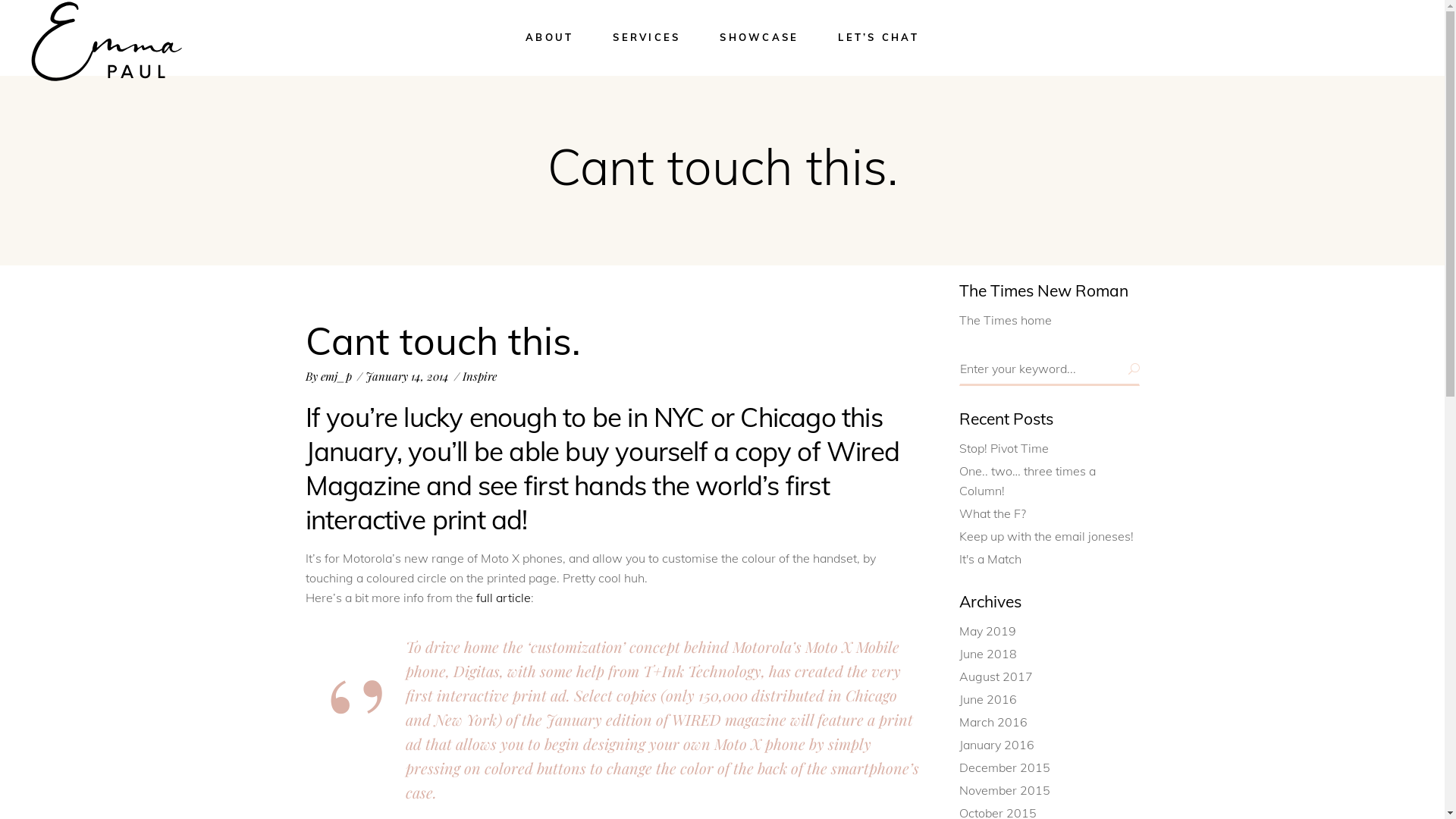 The image size is (1456, 819). Describe the element at coordinates (548, 37) in the screenshot. I see `'ABOUT'` at that location.